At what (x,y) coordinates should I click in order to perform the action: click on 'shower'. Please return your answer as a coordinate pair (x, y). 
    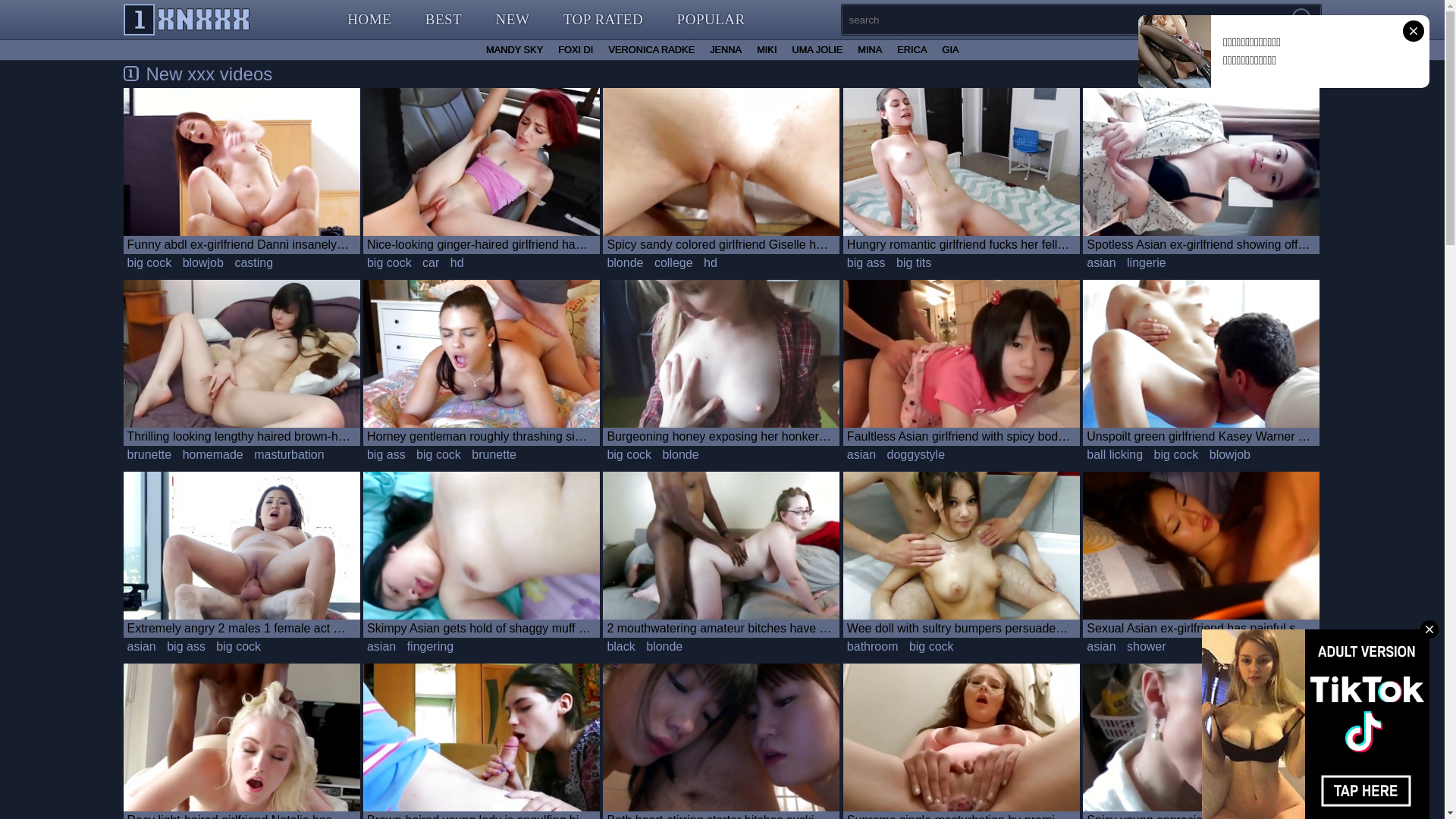
    Looking at the image, I should click on (1147, 646).